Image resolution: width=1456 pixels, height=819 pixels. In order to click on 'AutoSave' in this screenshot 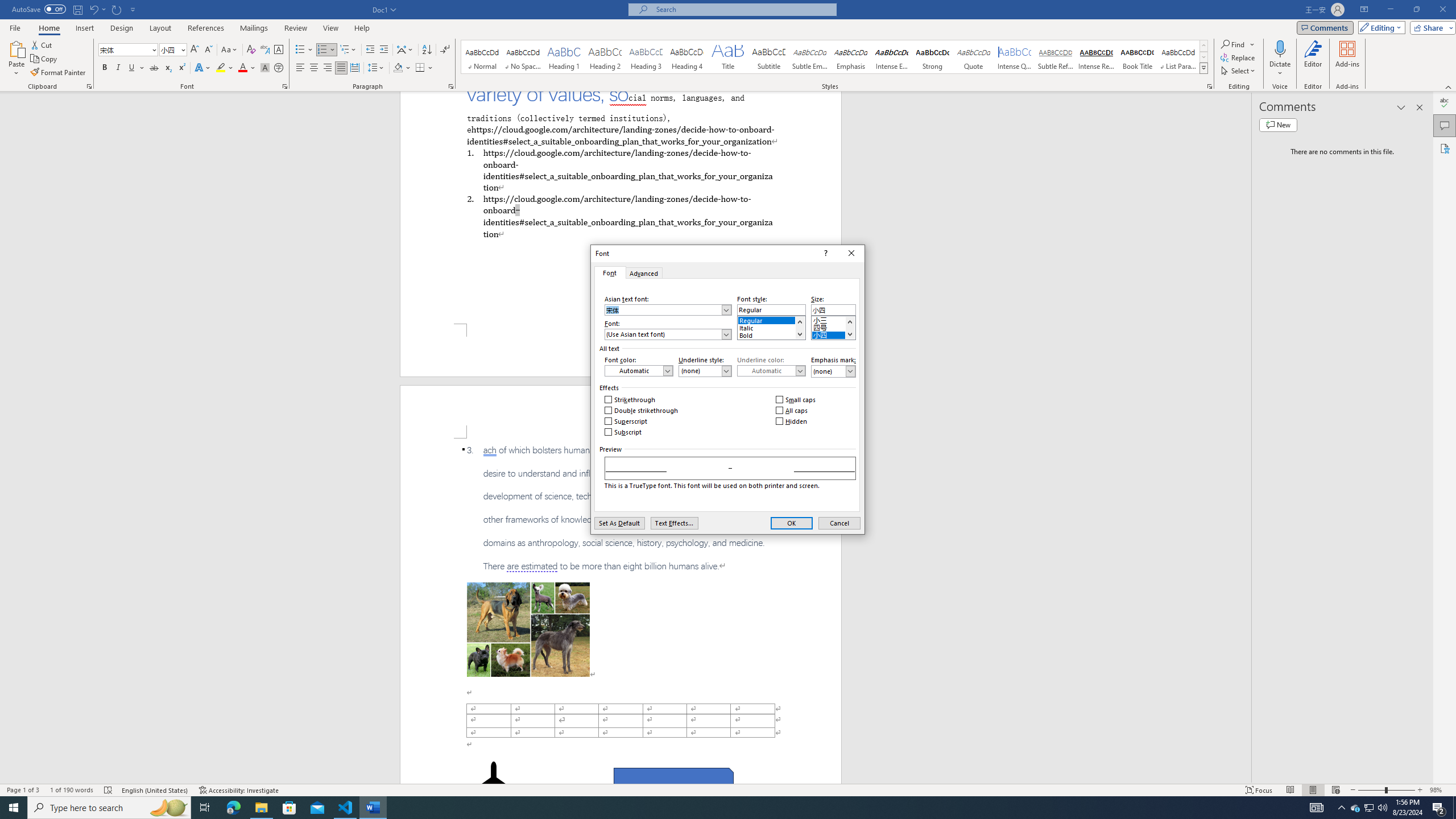, I will do `click(39, 9)`.